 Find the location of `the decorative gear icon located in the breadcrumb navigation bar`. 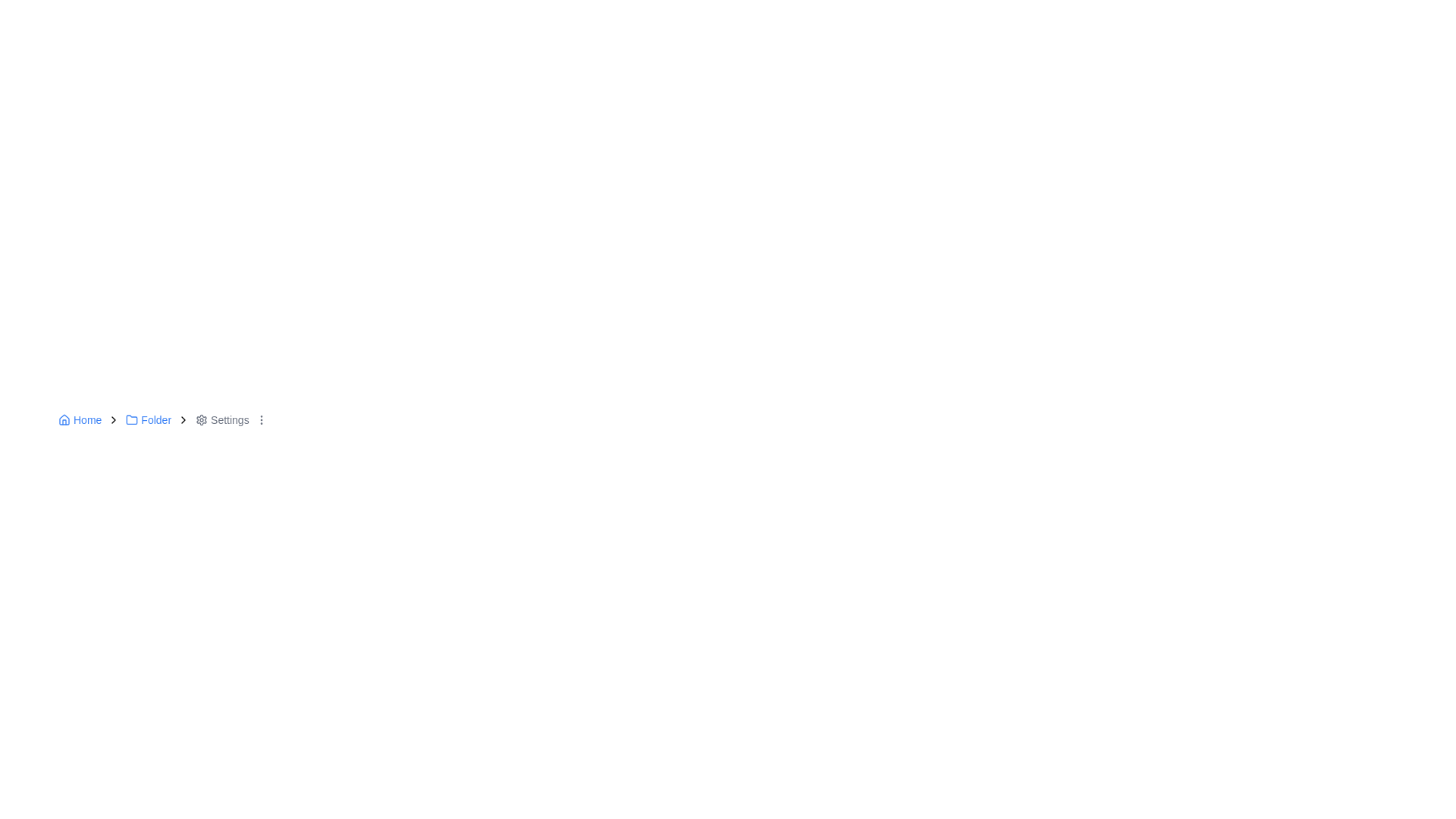

the decorative gear icon located in the breadcrumb navigation bar is located at coordinates (200, 420).